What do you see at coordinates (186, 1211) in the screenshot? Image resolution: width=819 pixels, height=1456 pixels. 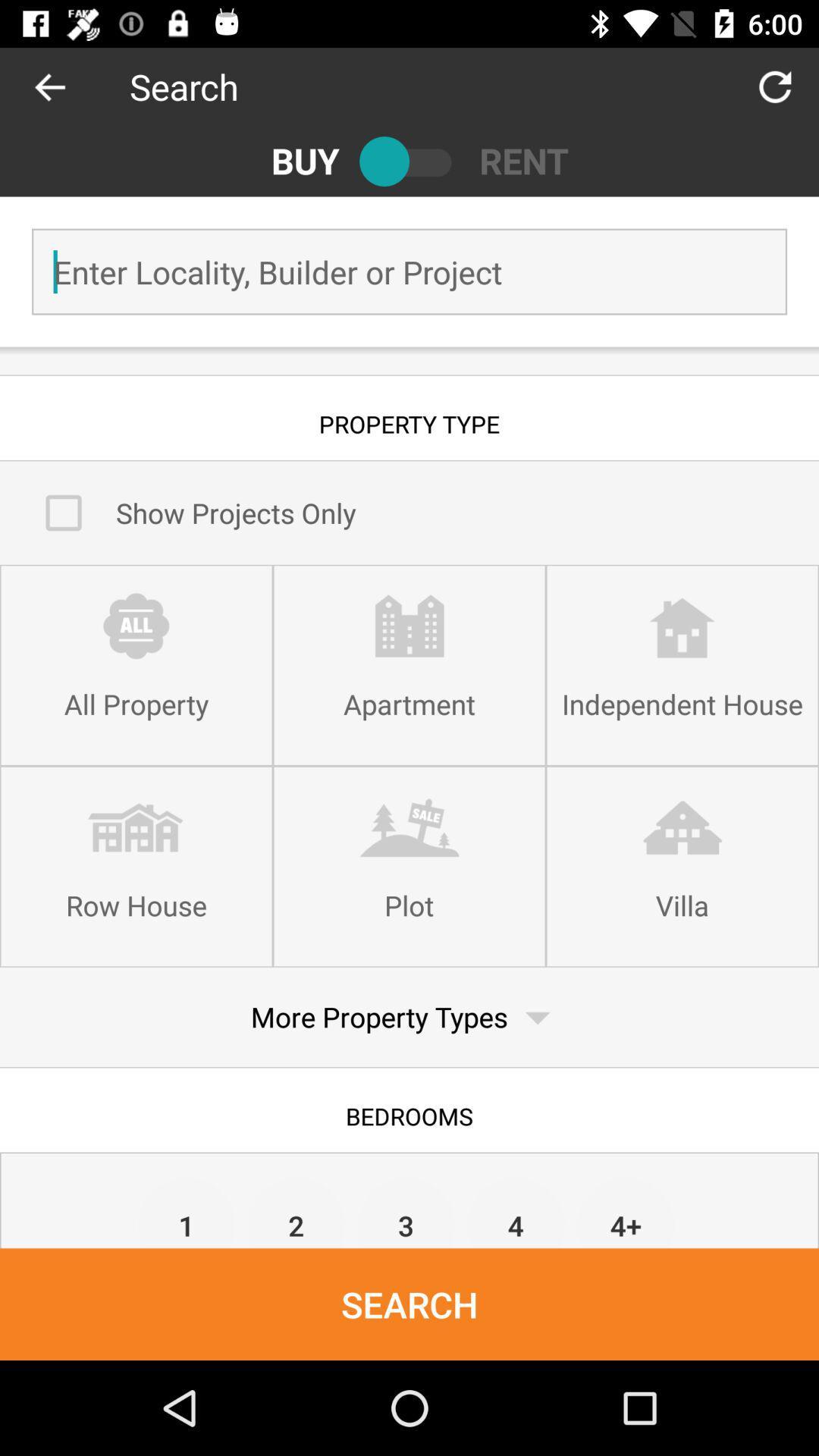 I see `item to the left of 2` at bounding box center [186, 1211].